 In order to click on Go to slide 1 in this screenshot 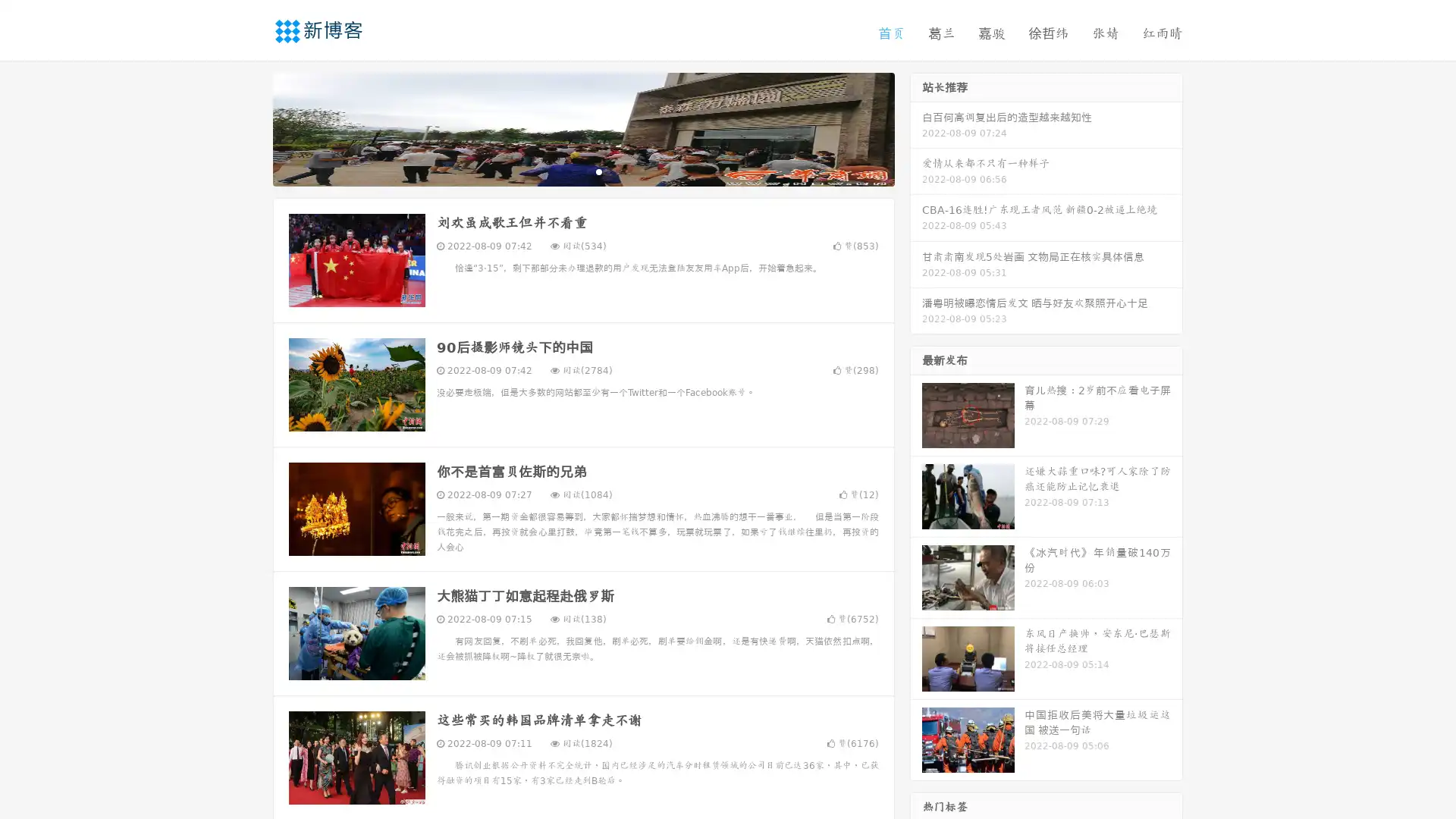, I will do `click(567, 171)`.